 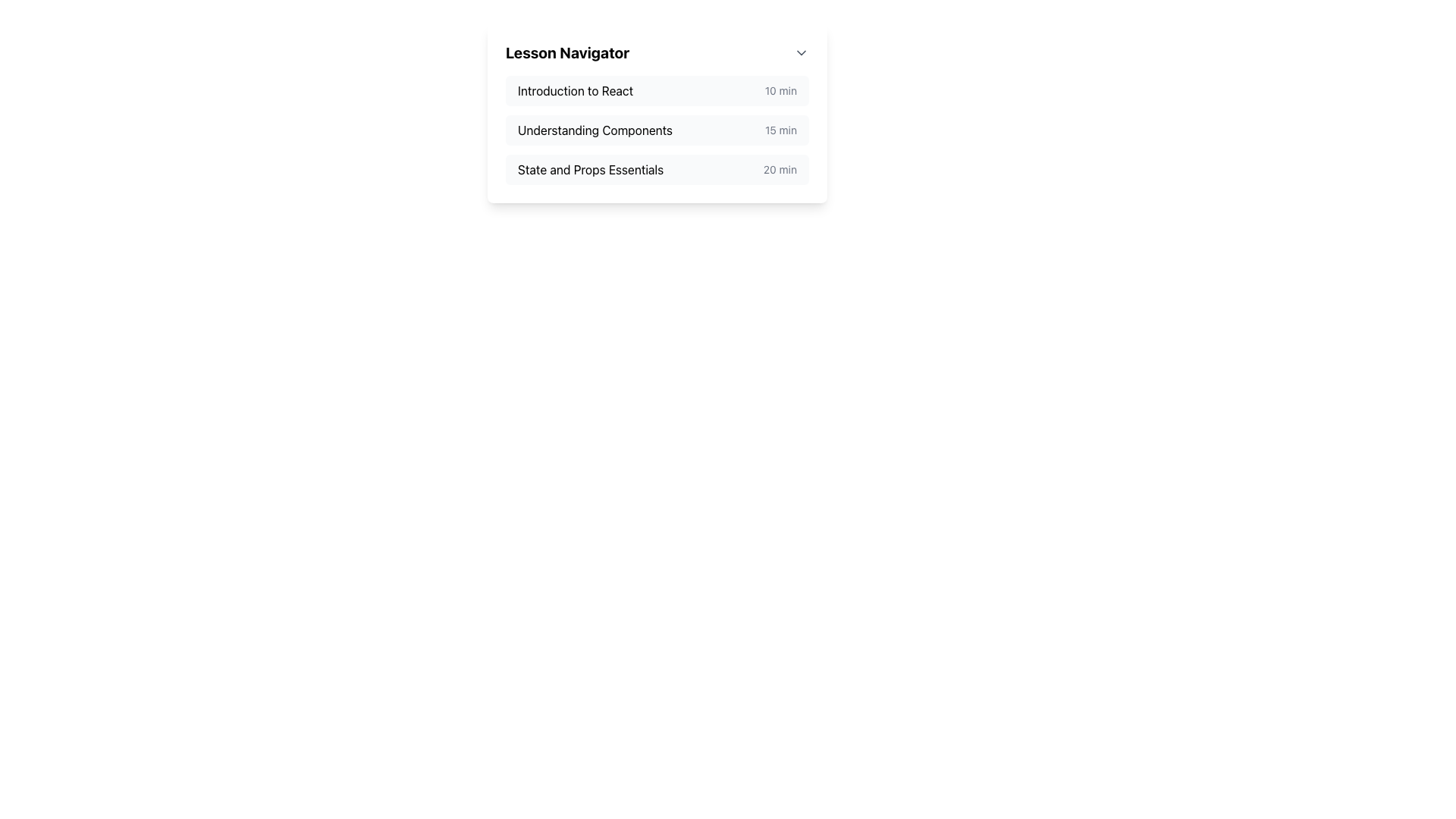 What do you see at coordinates (657, 90) in the screenshot?
I see `the first List Item titled 'Introduction to React'` at bounding box center [657, 90].